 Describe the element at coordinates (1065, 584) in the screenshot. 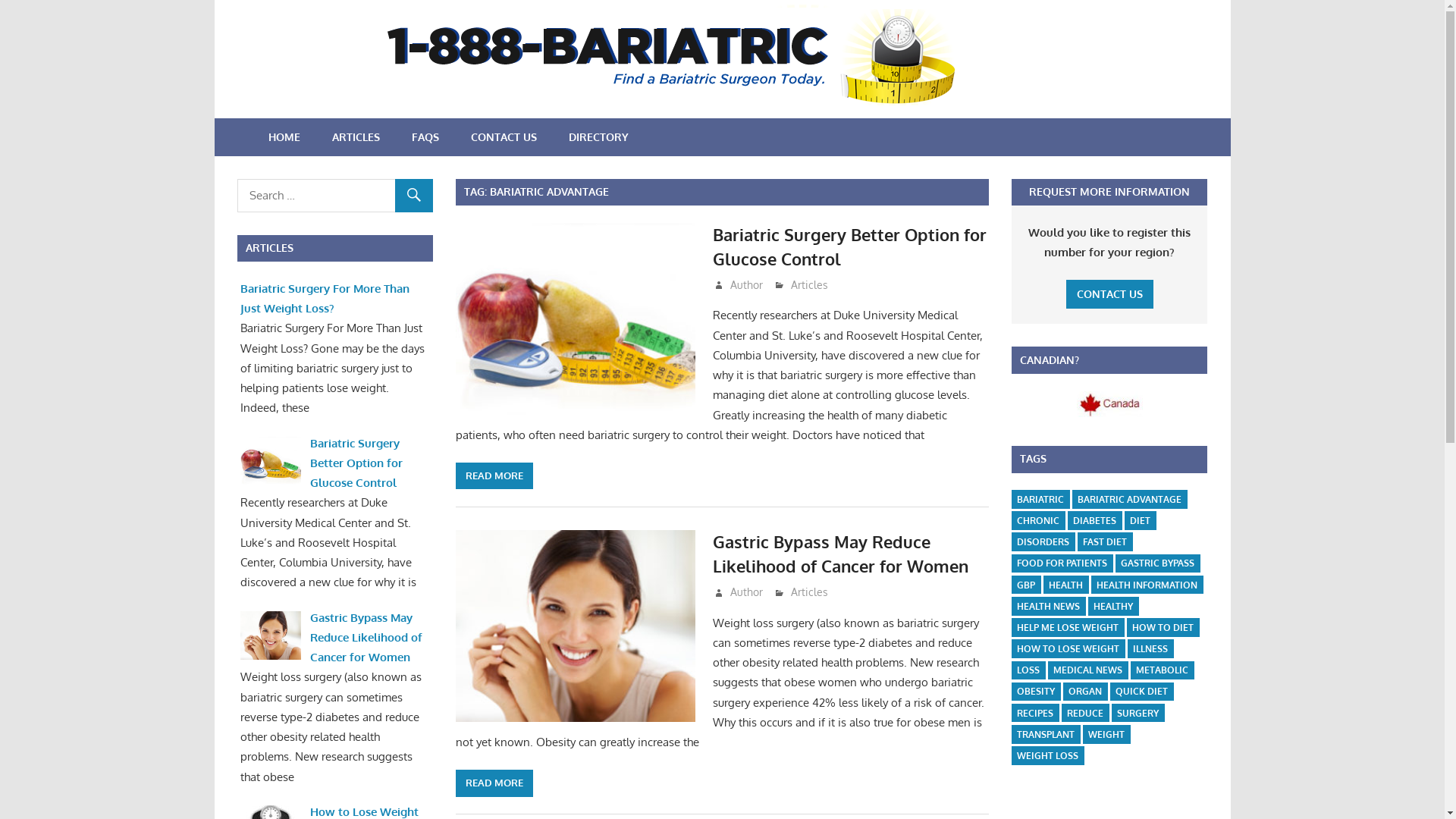

I see `'HEALTH'` at that location.